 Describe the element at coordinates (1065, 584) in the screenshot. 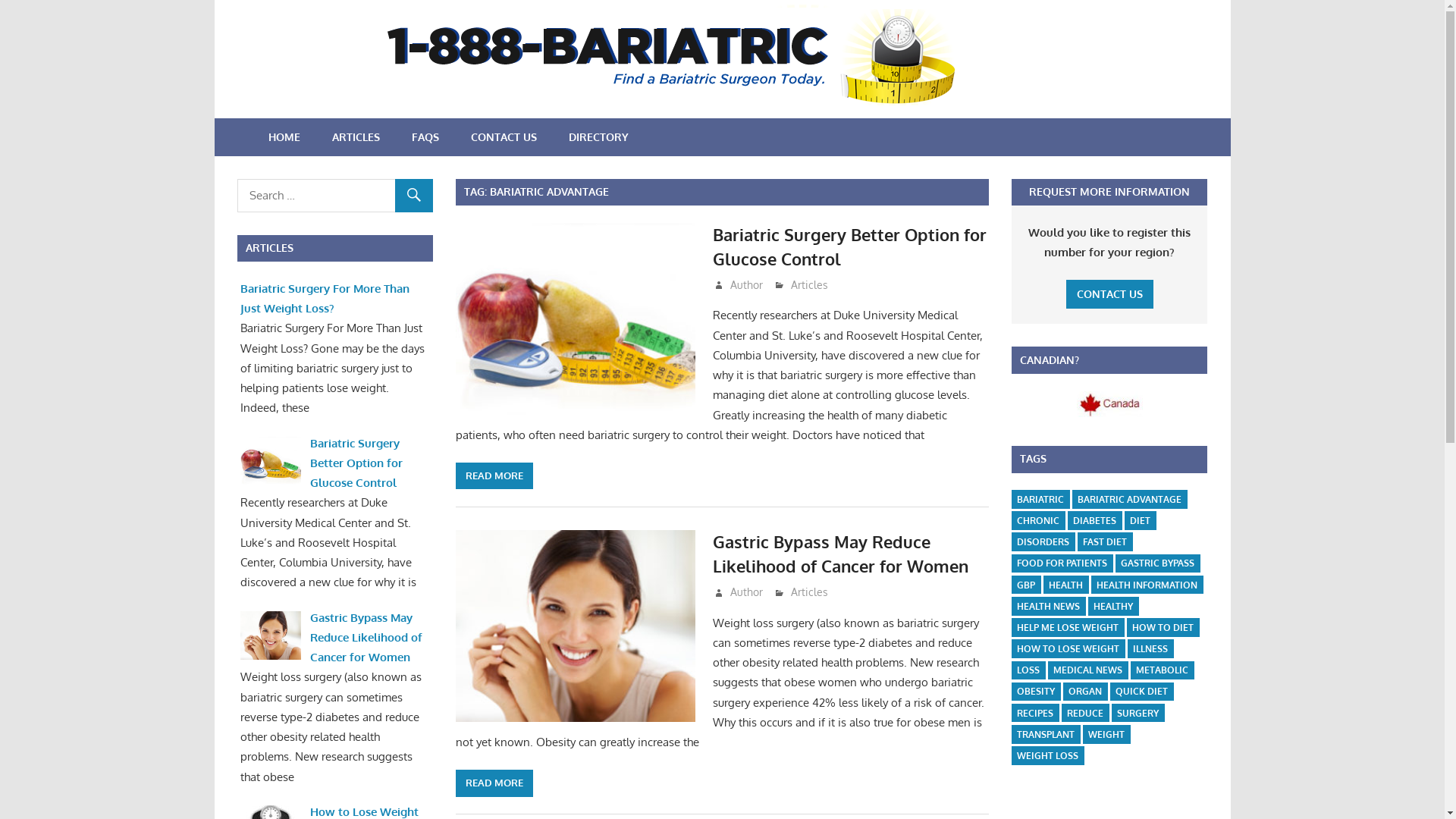

I see `'HEALTH'` at that location.